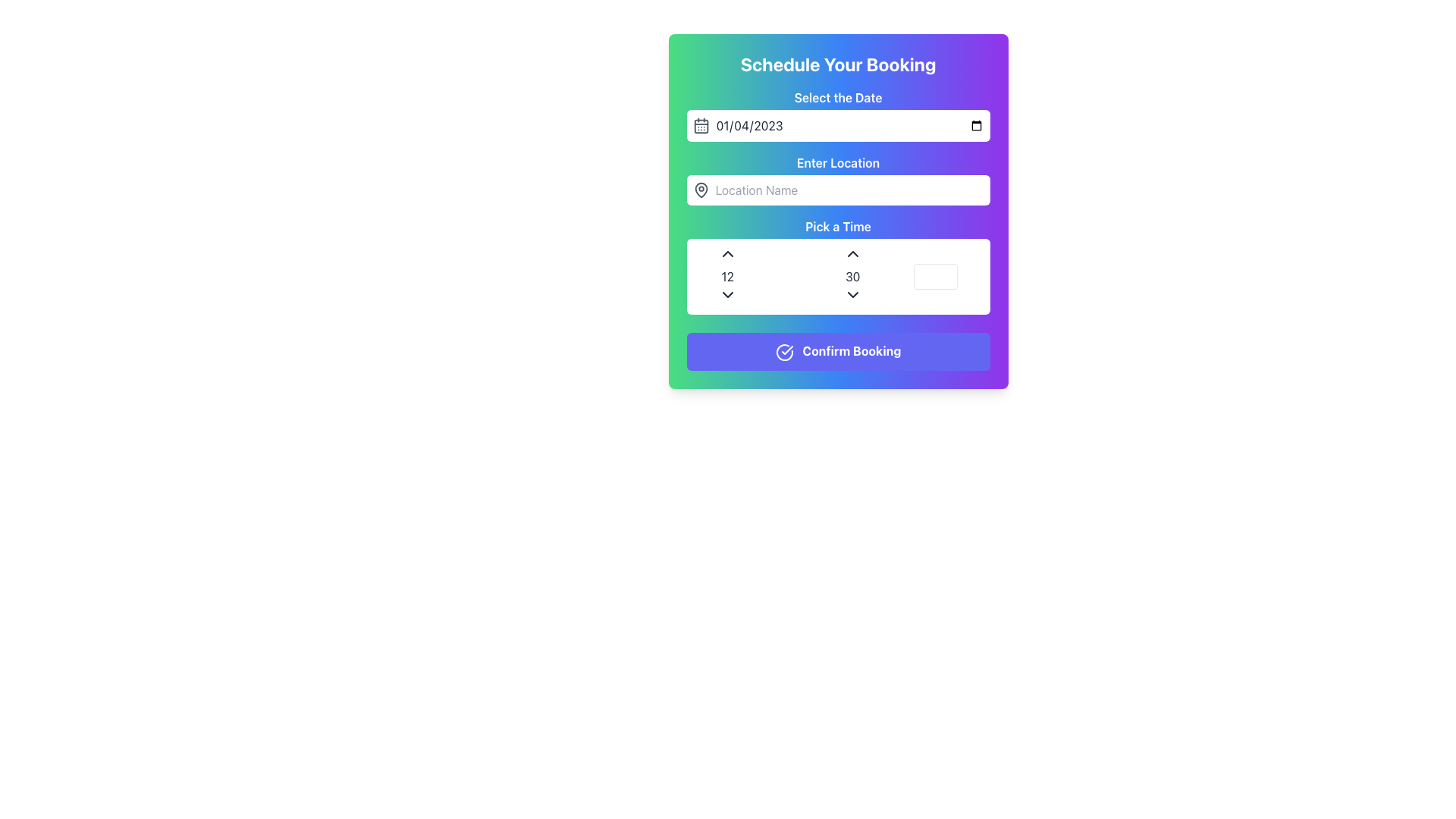 The image size is (1456, 819). What do you see at coordinates (852, 295) in the screenshot?
I see `the second downward chevron icon in the time-picker interface under 'Pick a Time'` at bounding box center [852, 295].